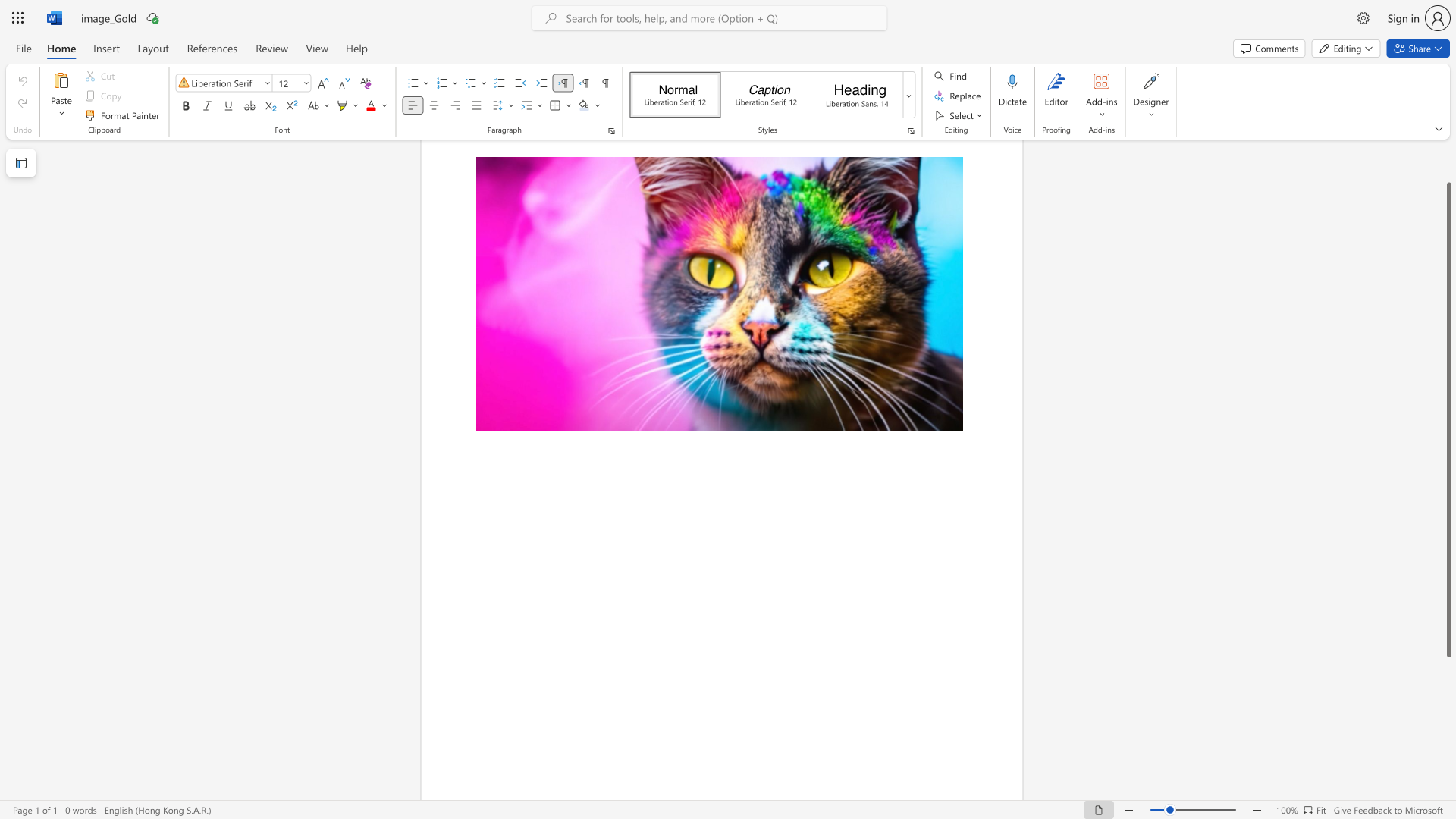 This screenshot has width=1456, height=819. What do you see at coordinates (1448, 419) in the screenshot?
I see `the scrollbar and move up 50 pixels` at bounding box center [1448, 419].